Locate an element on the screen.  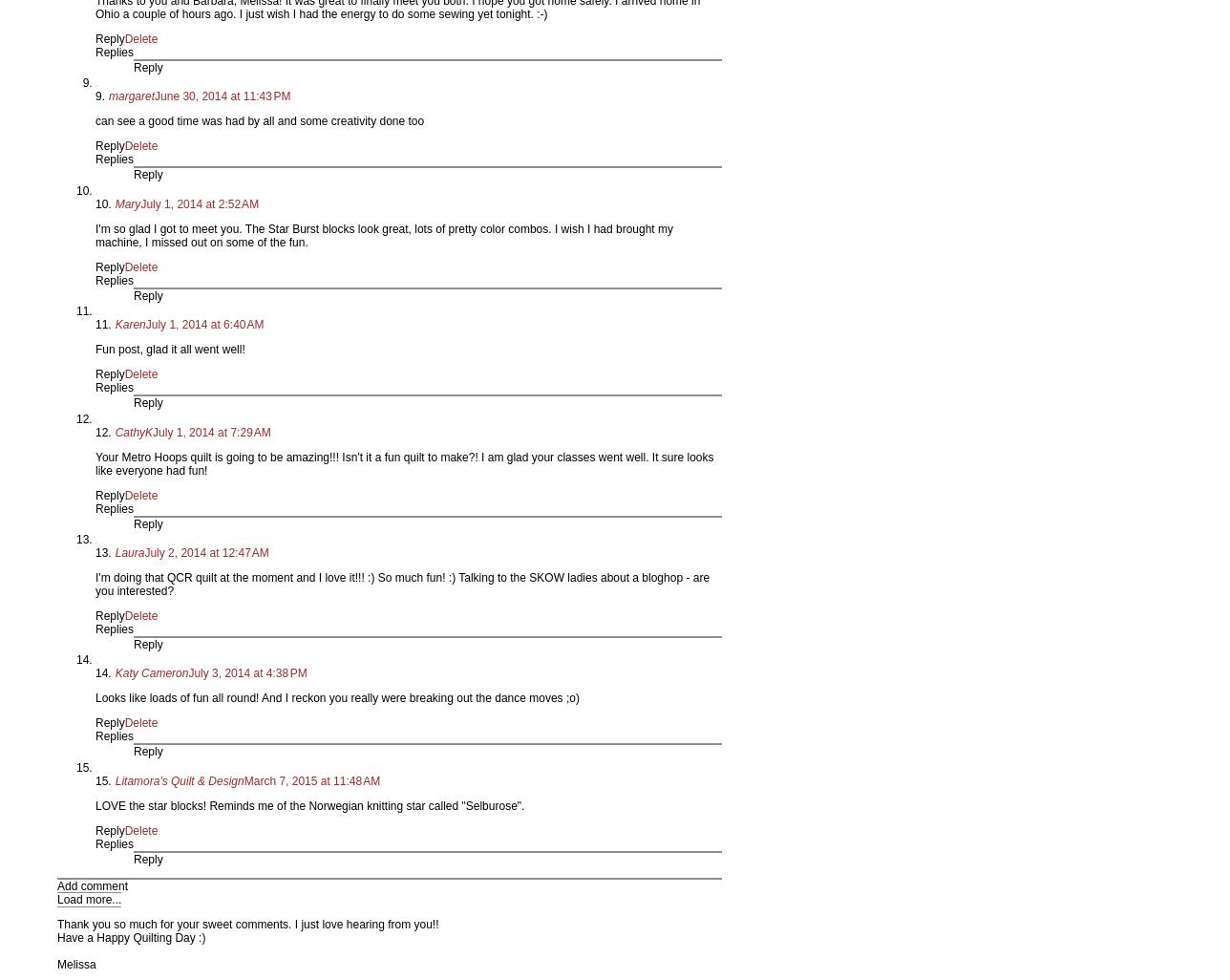
'I'm so glad I got to meet you.  The  Star Burst blocks look great,  lots of pretty color combos.  I wish I had brought my machine, I missed out on some of the fun.' is located at coordinates (384, 235).